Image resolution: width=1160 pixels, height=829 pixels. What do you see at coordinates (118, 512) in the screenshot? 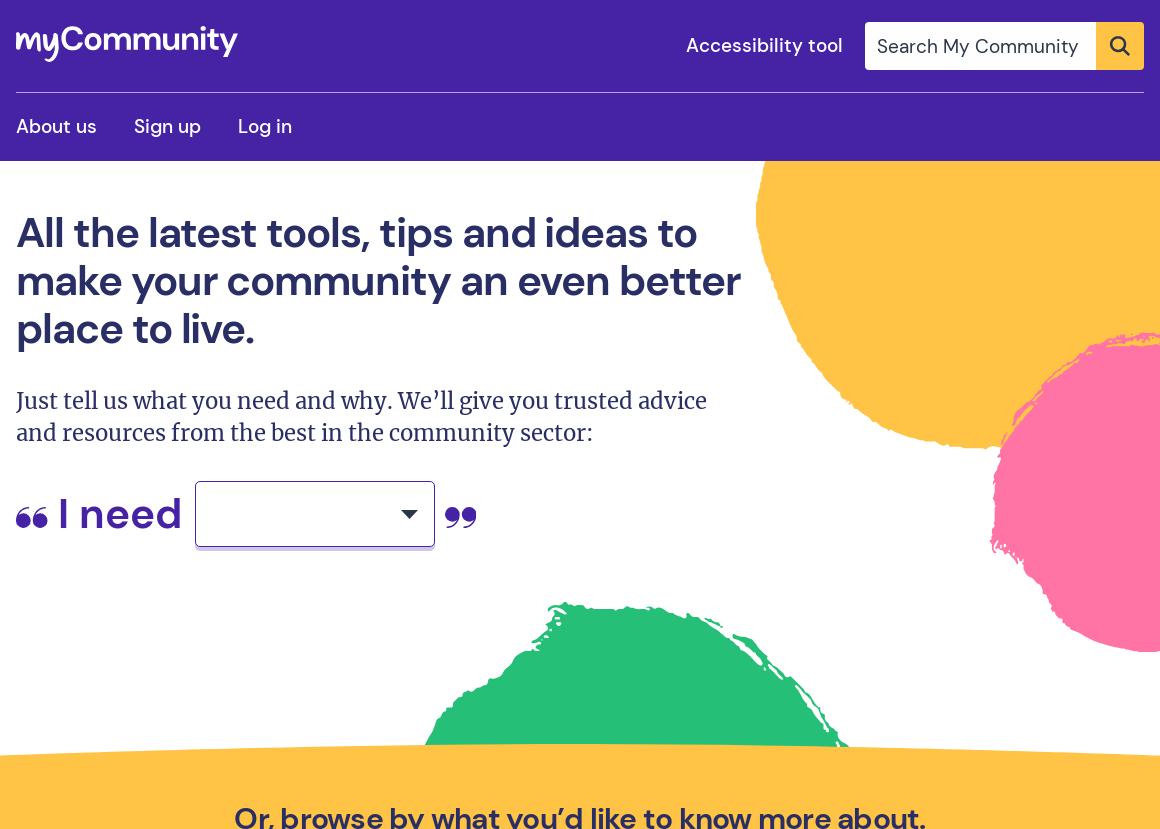
I see `'I need'` at bounding box center [118, 512].